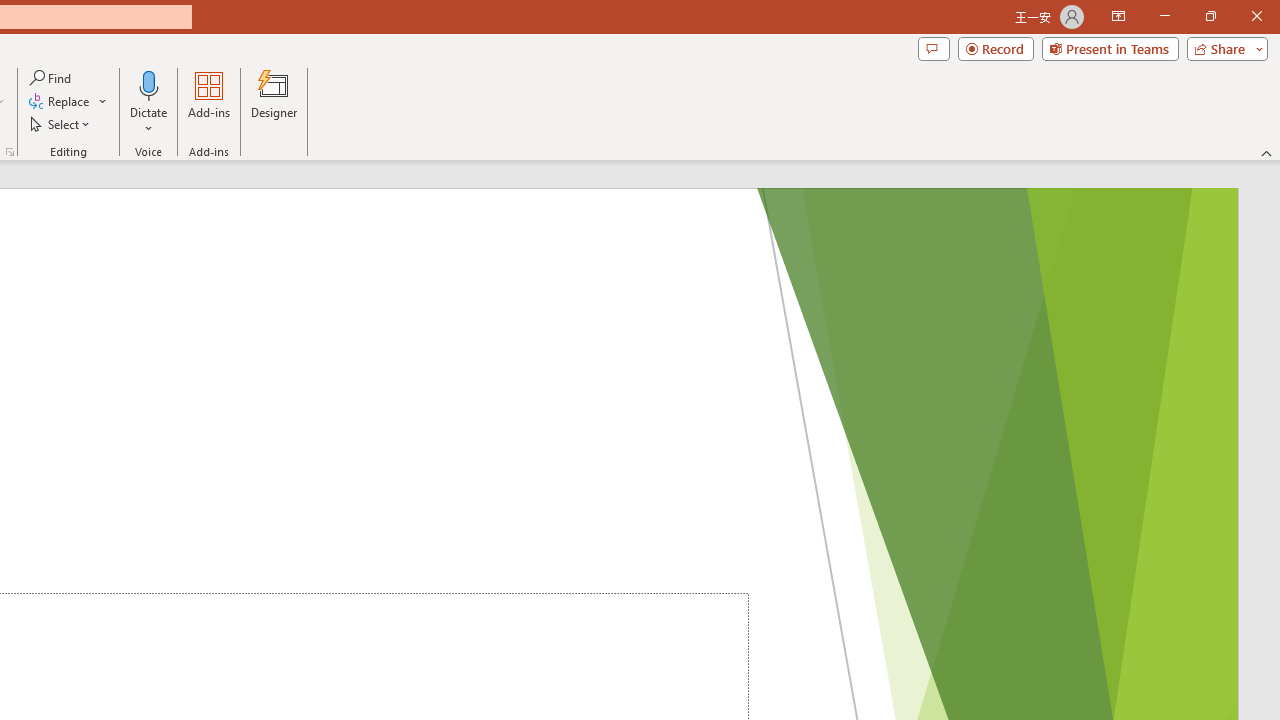 This screenshot has height=720, width=1280. Describe the element at coordinates (1222, 47) in the screenshot. I see `'Share'` at that location.